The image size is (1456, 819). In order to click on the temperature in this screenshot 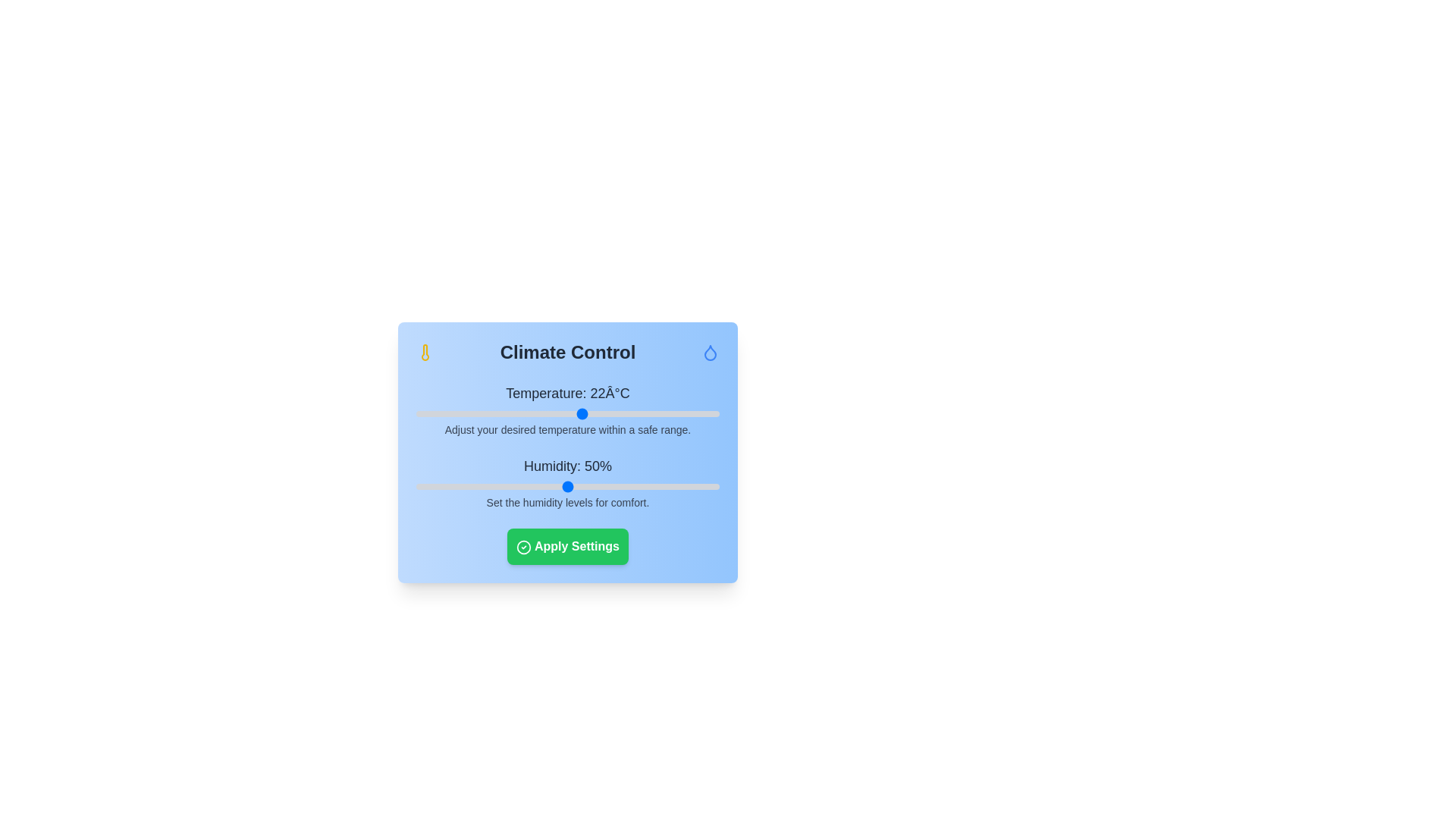, I will do `click(621, 414)`.